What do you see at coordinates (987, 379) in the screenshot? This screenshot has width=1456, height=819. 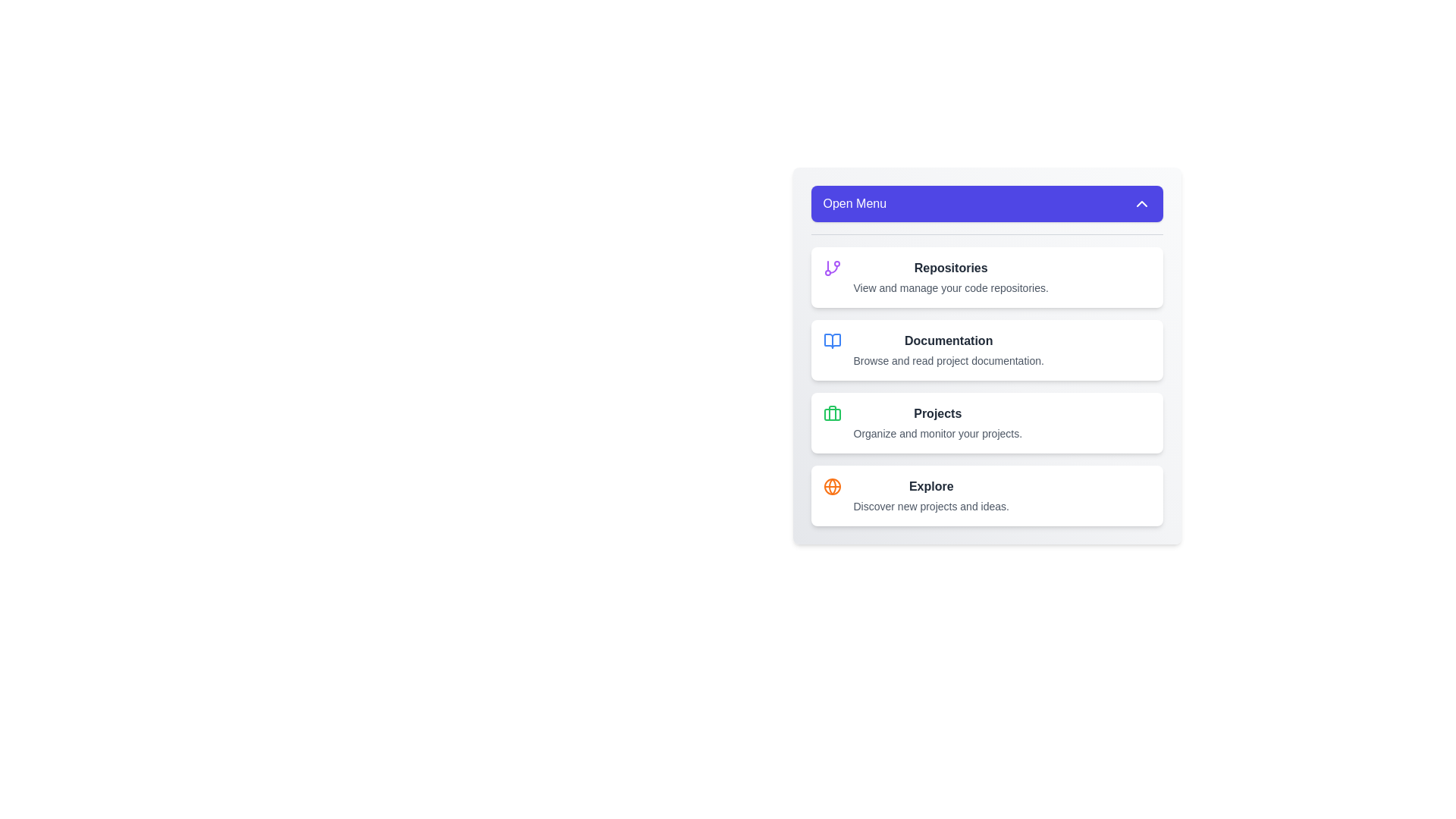 I see `the List with descriptive items located beneath the 'Open Menu' button` at bounding box center [987, 379].